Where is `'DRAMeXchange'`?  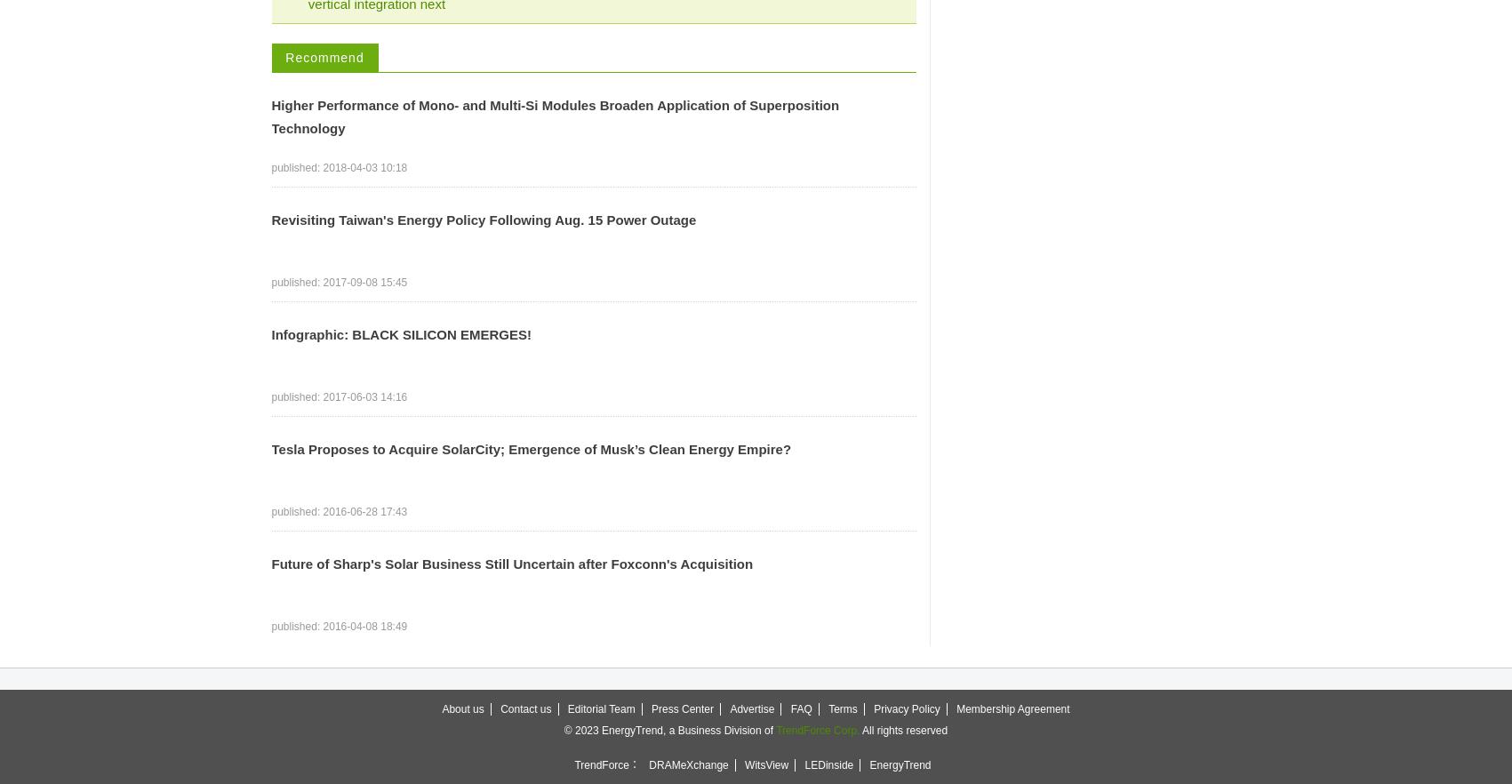
'DRAMeXchange' is located at coordinates (688, 764).